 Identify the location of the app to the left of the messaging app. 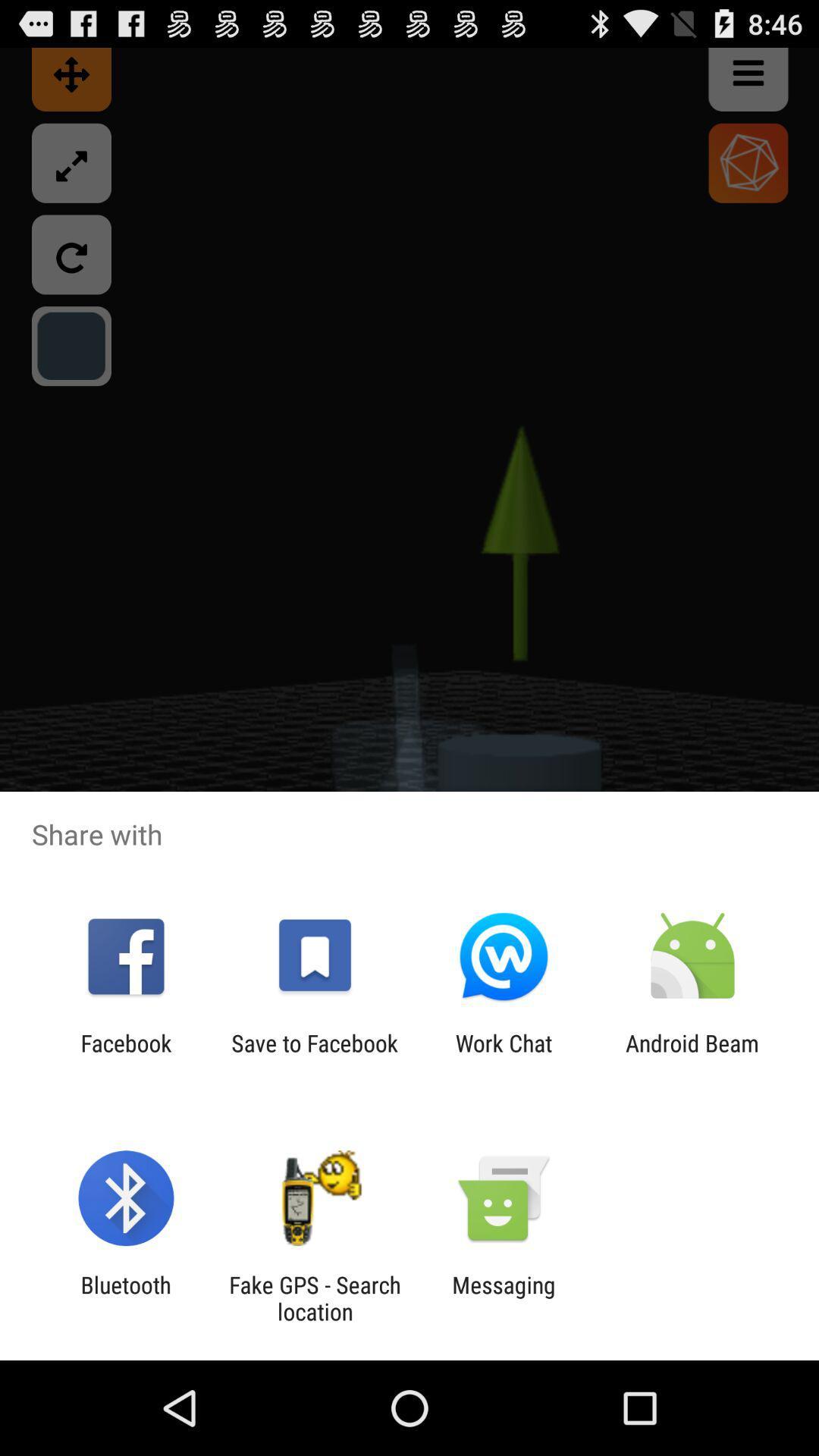
(314, 1298).